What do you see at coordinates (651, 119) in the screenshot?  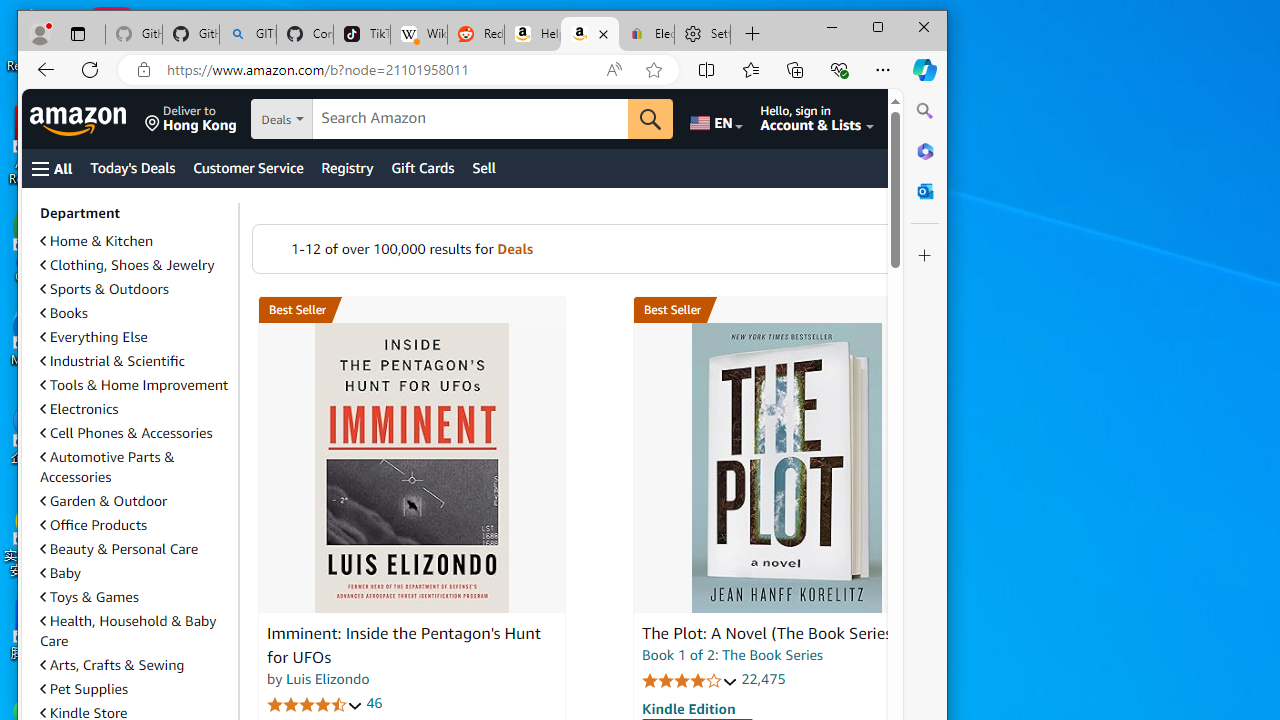 I see `'Go'` at bounding box center [651, 119].